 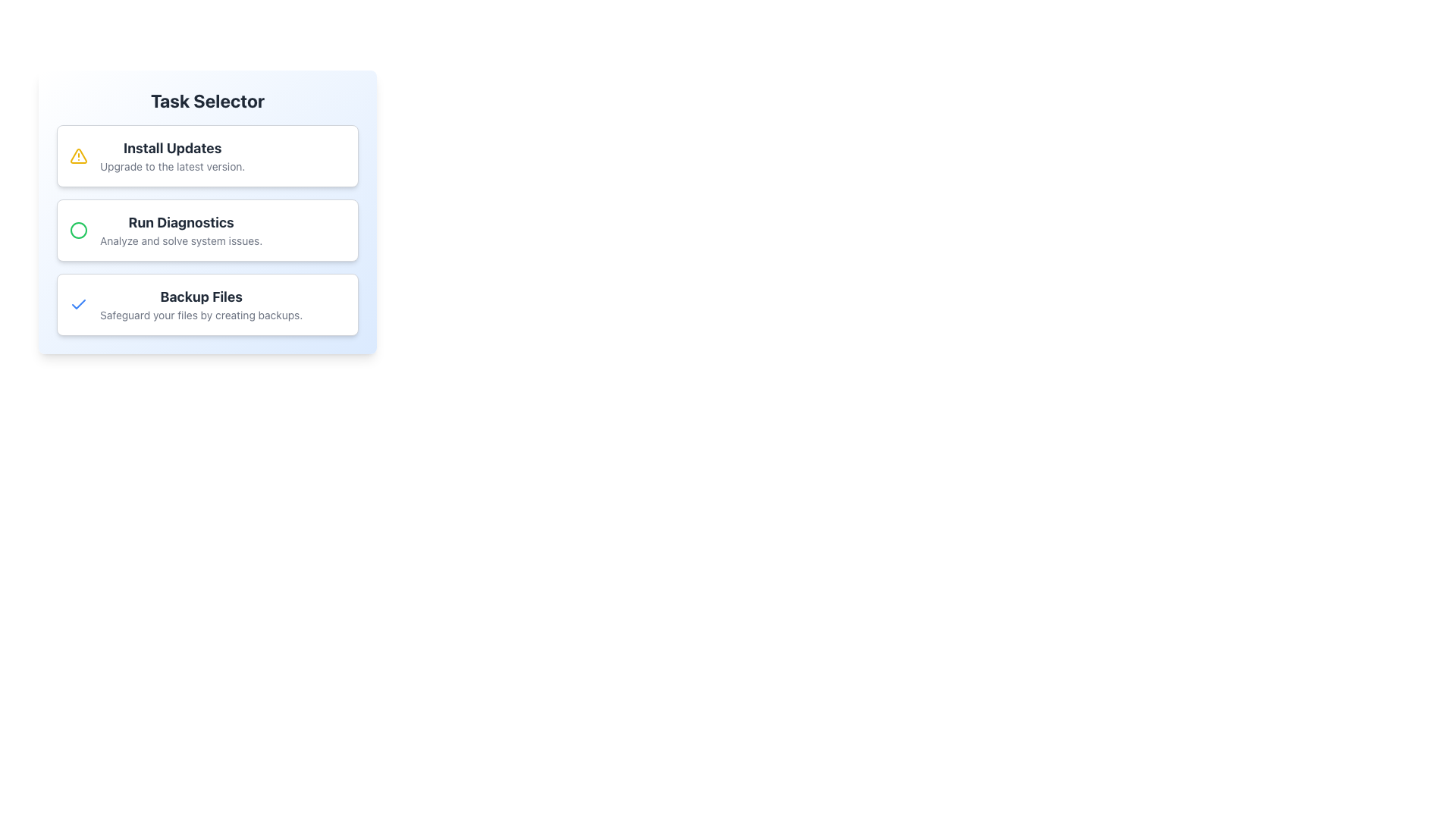 What do you see at coordinates (172, 155) in the screenshot?
I see `the 'Install Updates' task selector` at bounding box center [172, 155].